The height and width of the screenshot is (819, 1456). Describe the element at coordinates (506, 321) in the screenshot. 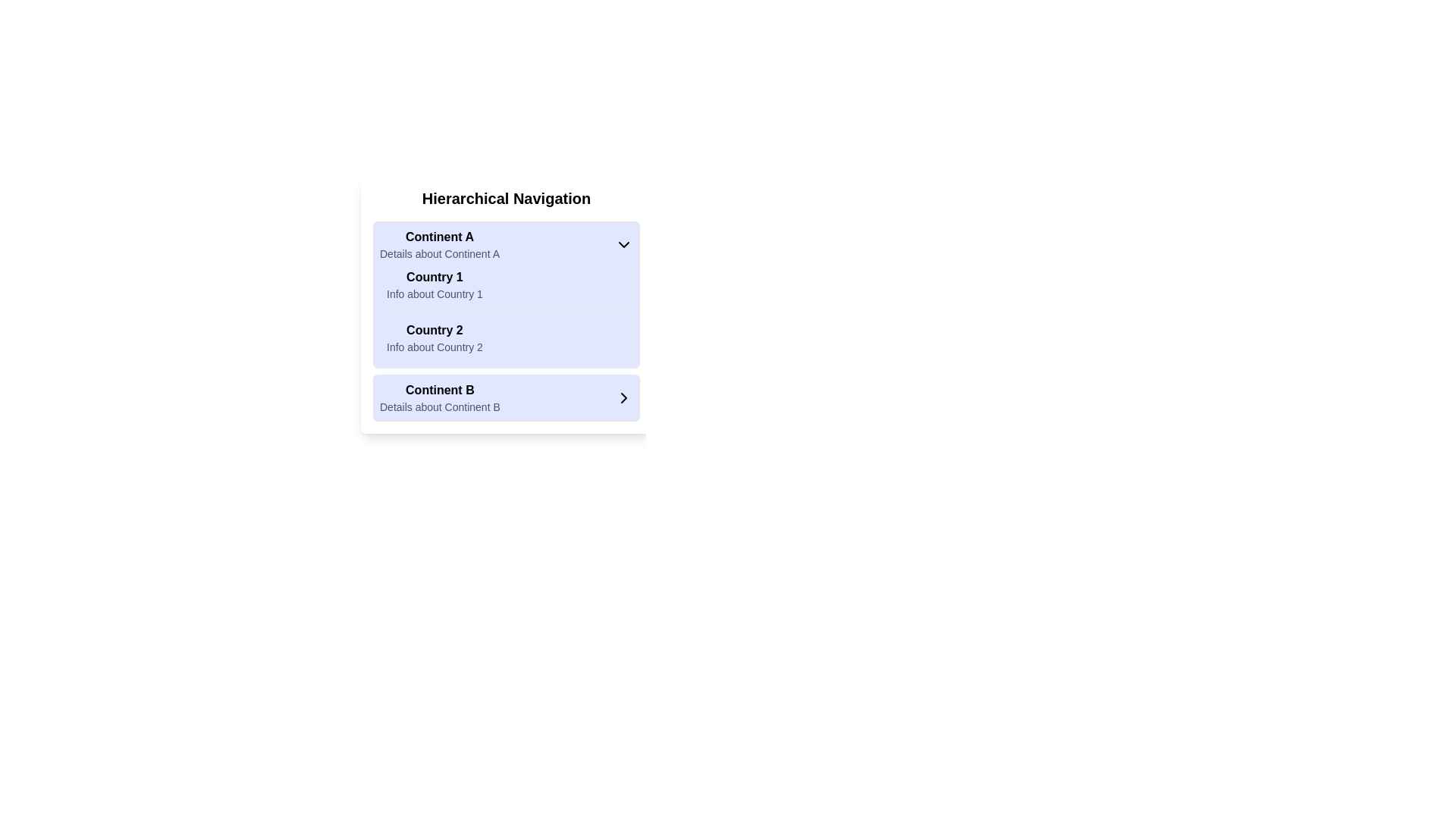

I see `the hierarchical navigation list element showcasing 'Continent A' and 'Continent B' with nested items to interact` at that location.